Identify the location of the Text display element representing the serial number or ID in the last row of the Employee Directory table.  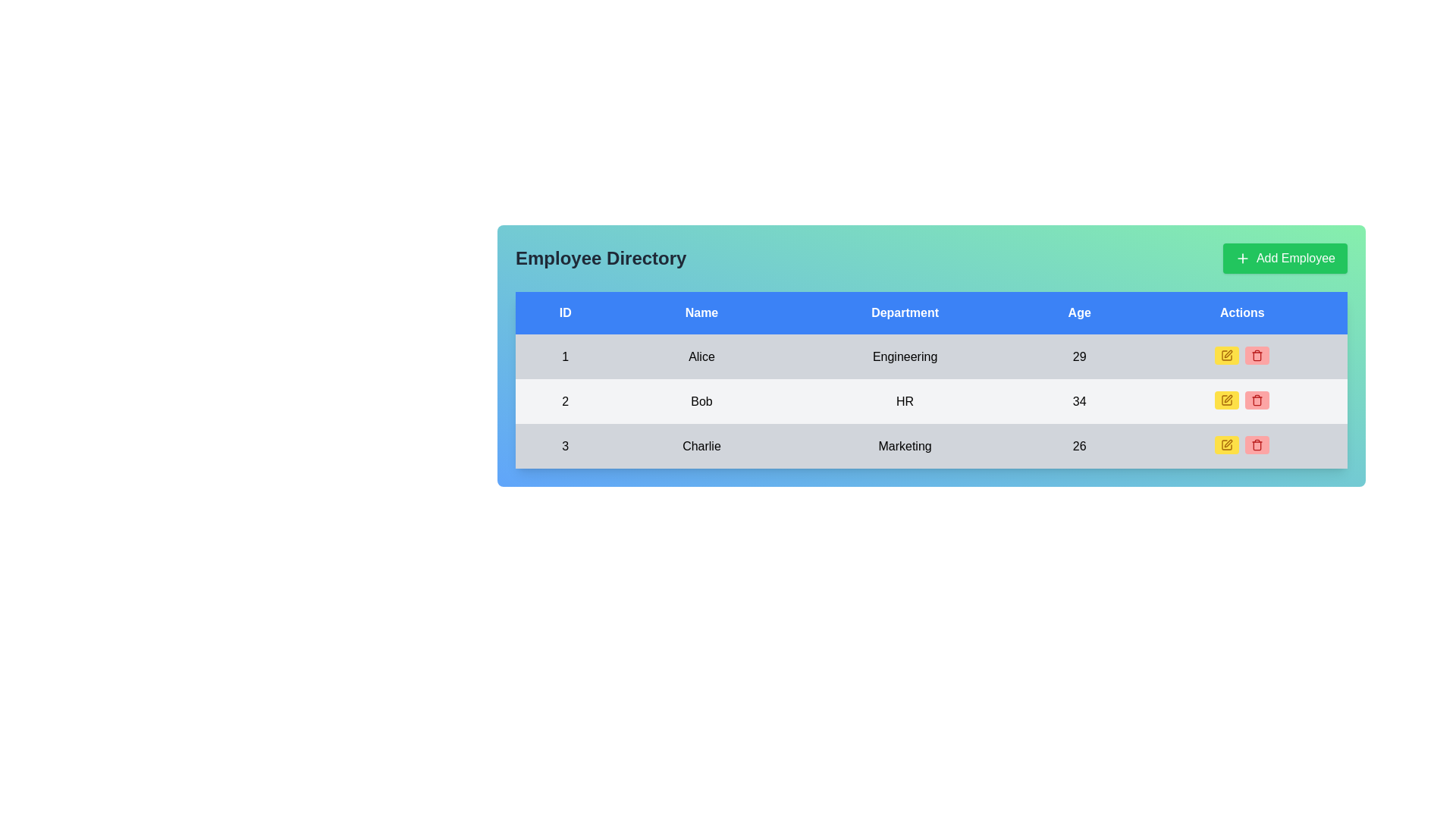
(564, 445).